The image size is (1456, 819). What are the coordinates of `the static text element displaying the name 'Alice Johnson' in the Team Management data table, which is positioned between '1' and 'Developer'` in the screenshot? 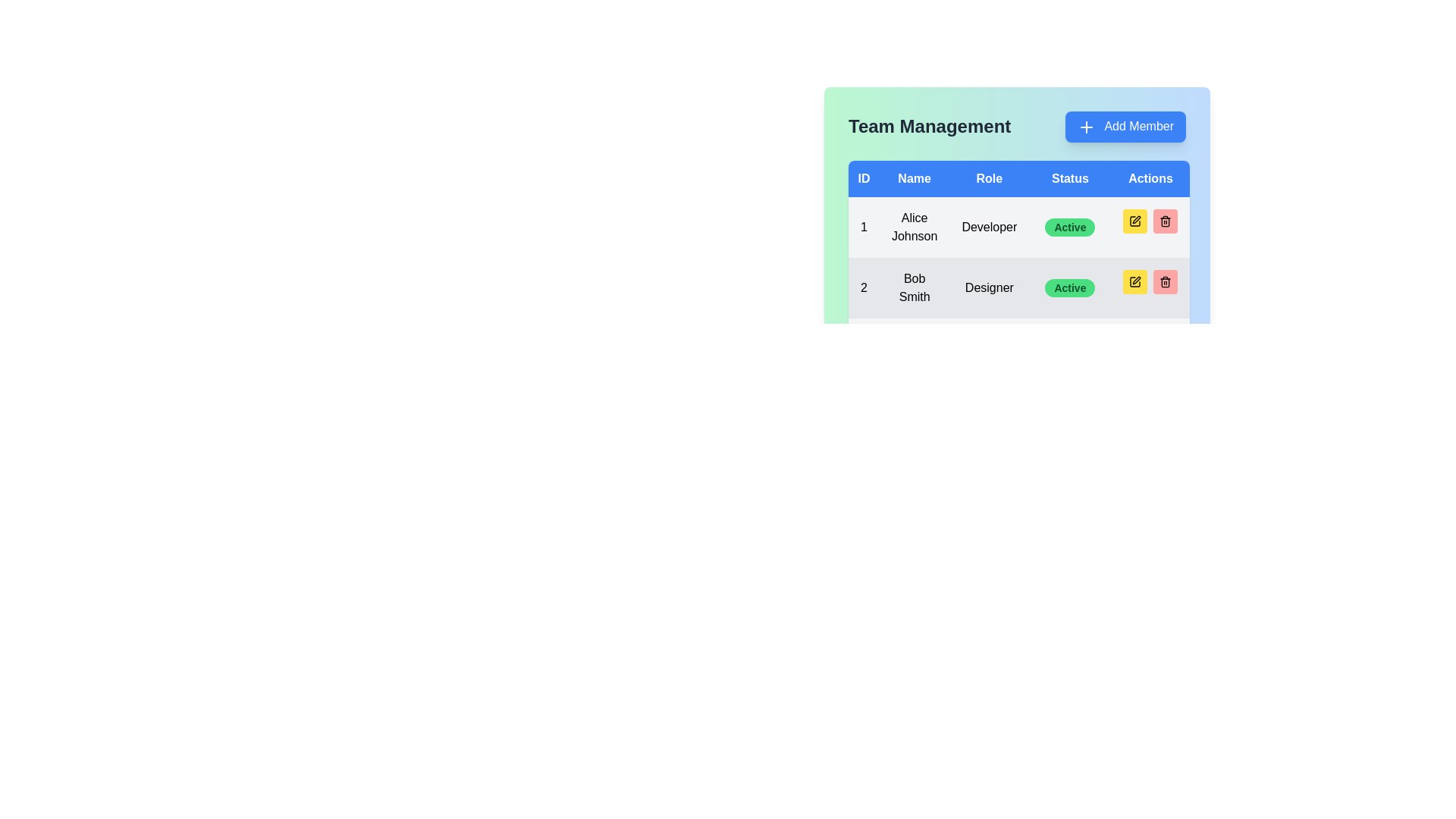 It's located at (914, 227).